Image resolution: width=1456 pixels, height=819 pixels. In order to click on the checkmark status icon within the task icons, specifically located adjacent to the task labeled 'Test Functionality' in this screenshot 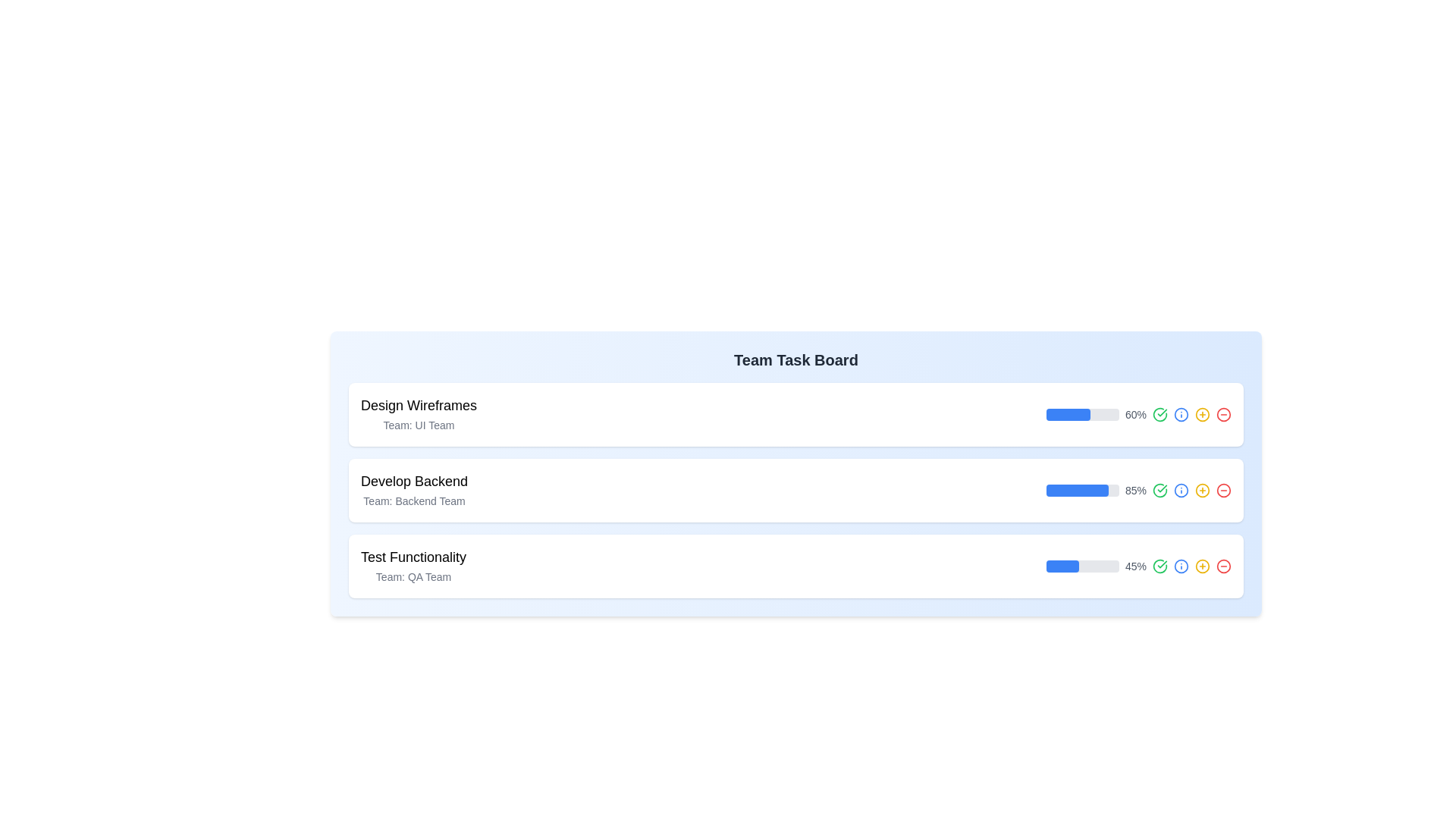, I will do `click(1159, 566)`.